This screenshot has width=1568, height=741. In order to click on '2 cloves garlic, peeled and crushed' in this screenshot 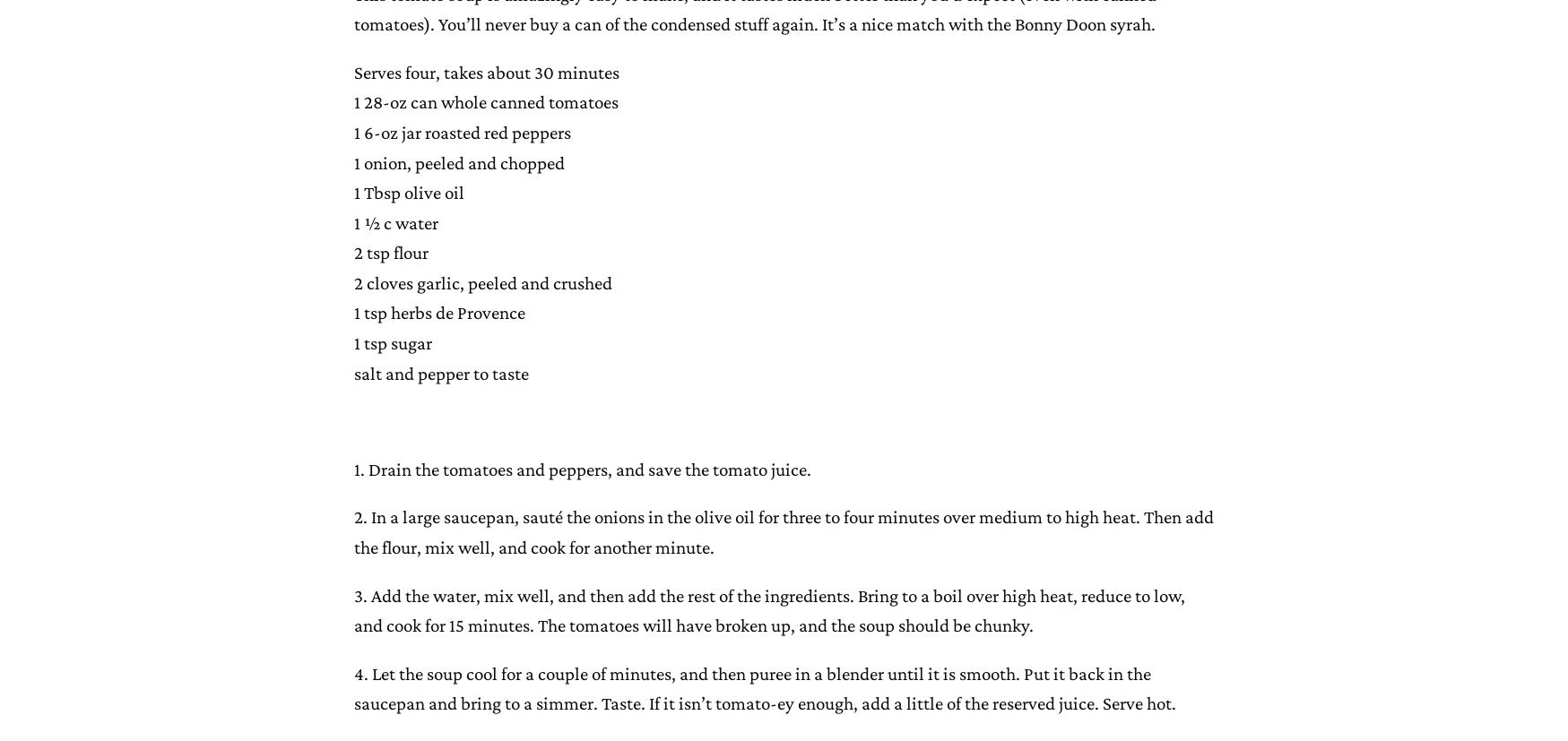, I will do `click(353, 281)`.